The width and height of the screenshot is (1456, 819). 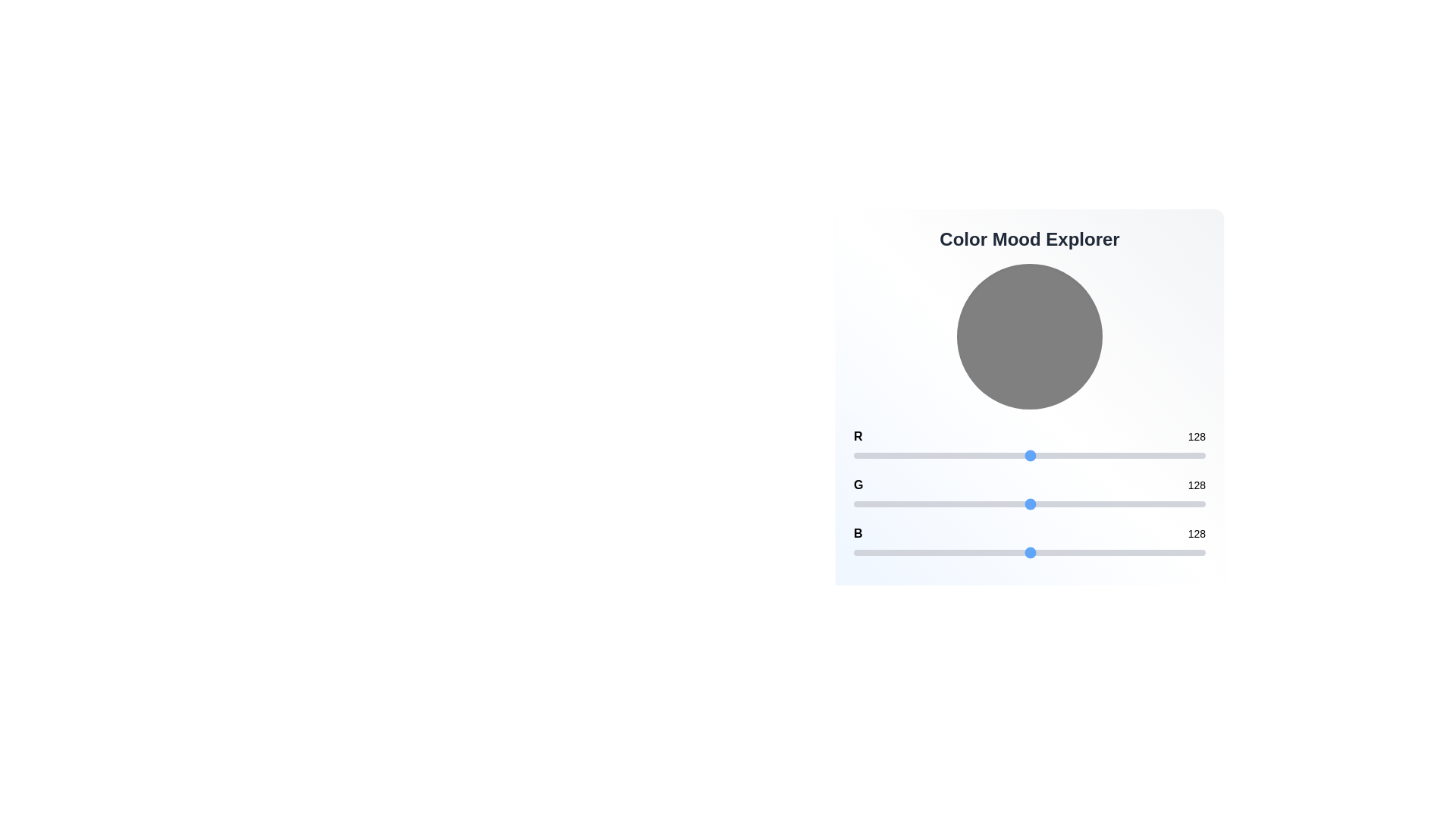 What do you see at coordinates (1120, 455) in the screenshot?
I see `the red channel slider to 193 value` at bounding box center [1120, 455].